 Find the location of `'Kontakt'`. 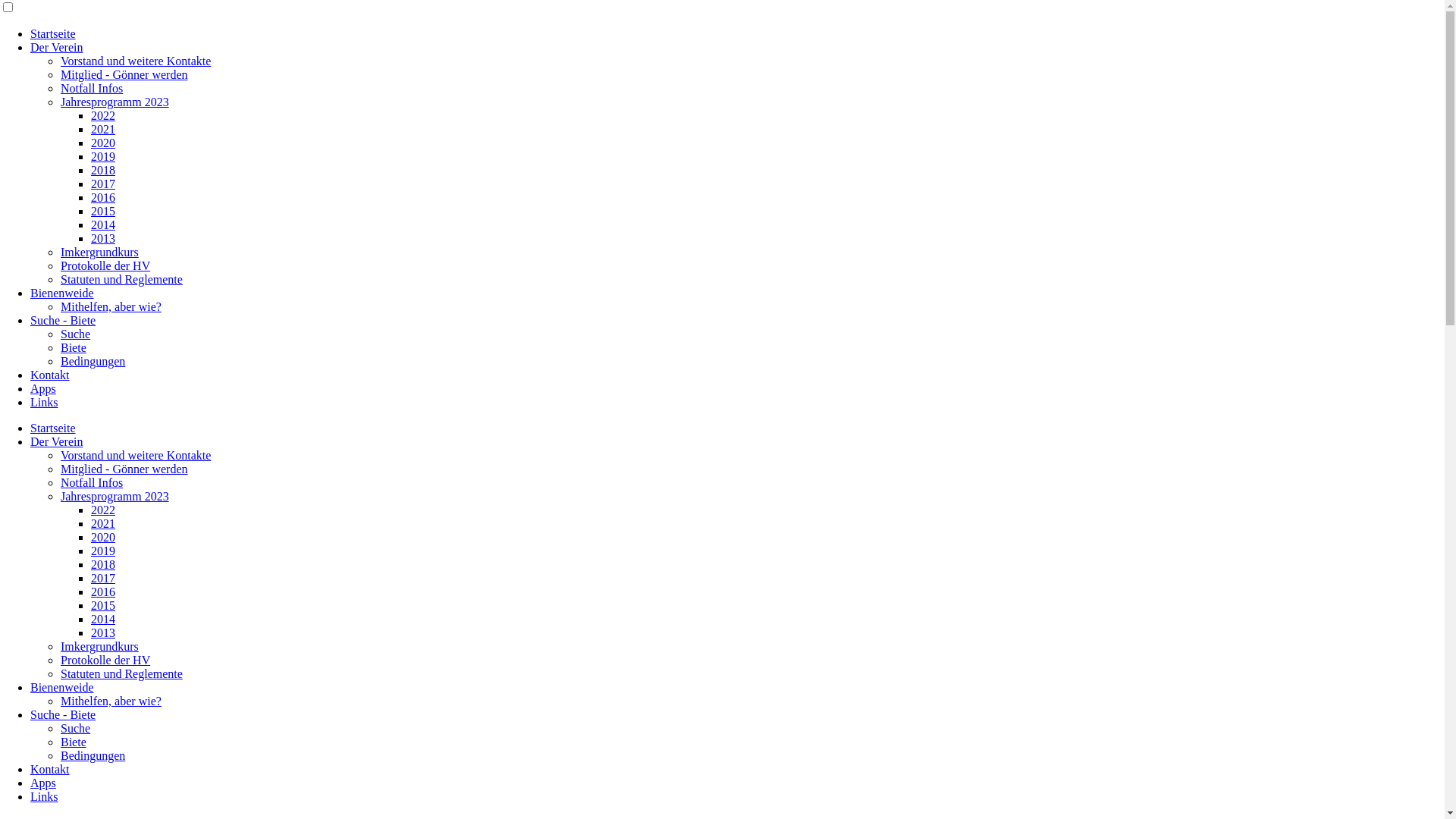

'Kontakt' is located at coordinates (50, 769).